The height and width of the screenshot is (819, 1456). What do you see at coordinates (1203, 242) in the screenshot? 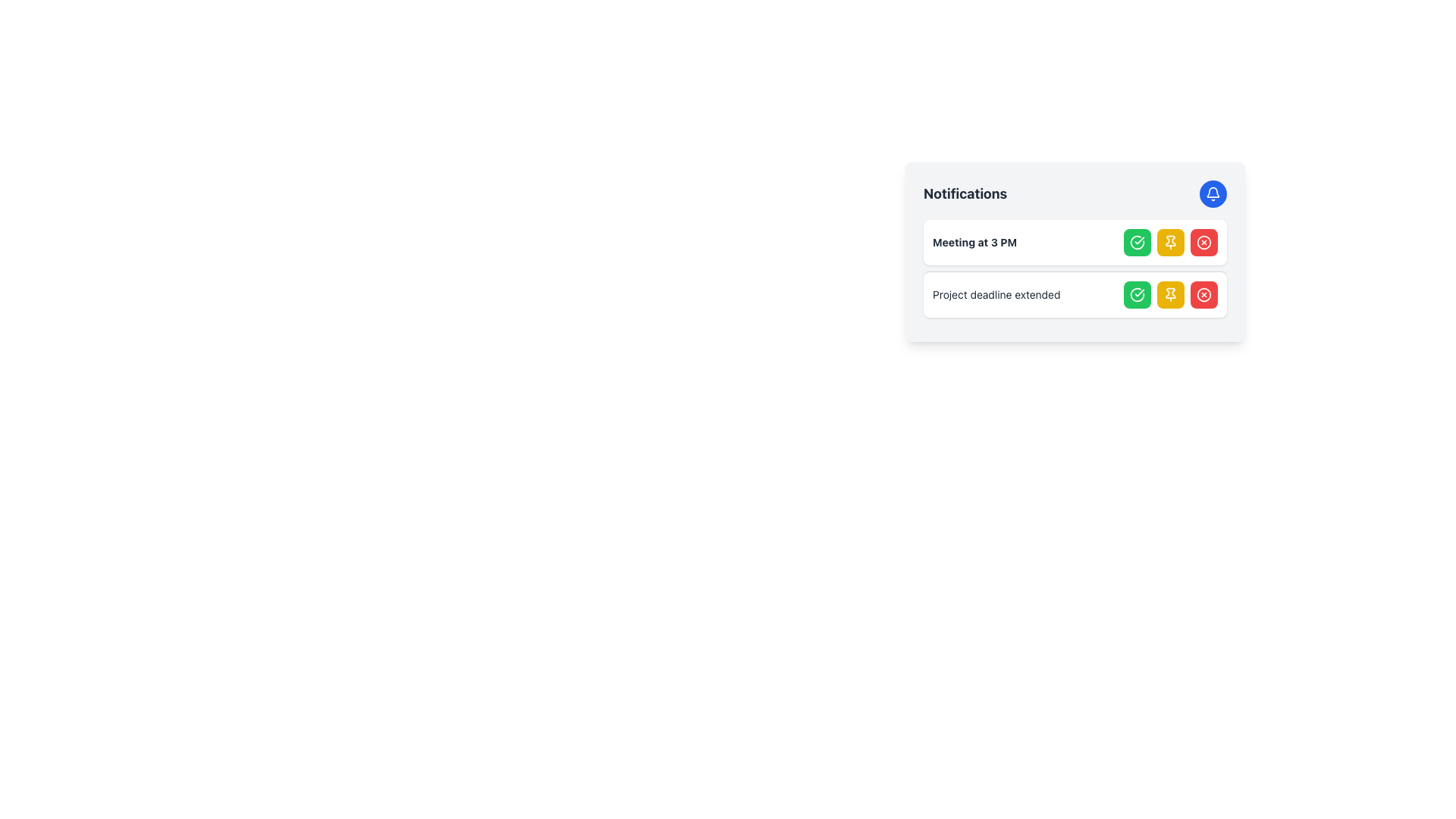
I see `the interactive graphical action button located in the notification section, which is the rightmost icon on the second row, next to the text 'Project deadline extended'` at bounding box center [1203, 242].